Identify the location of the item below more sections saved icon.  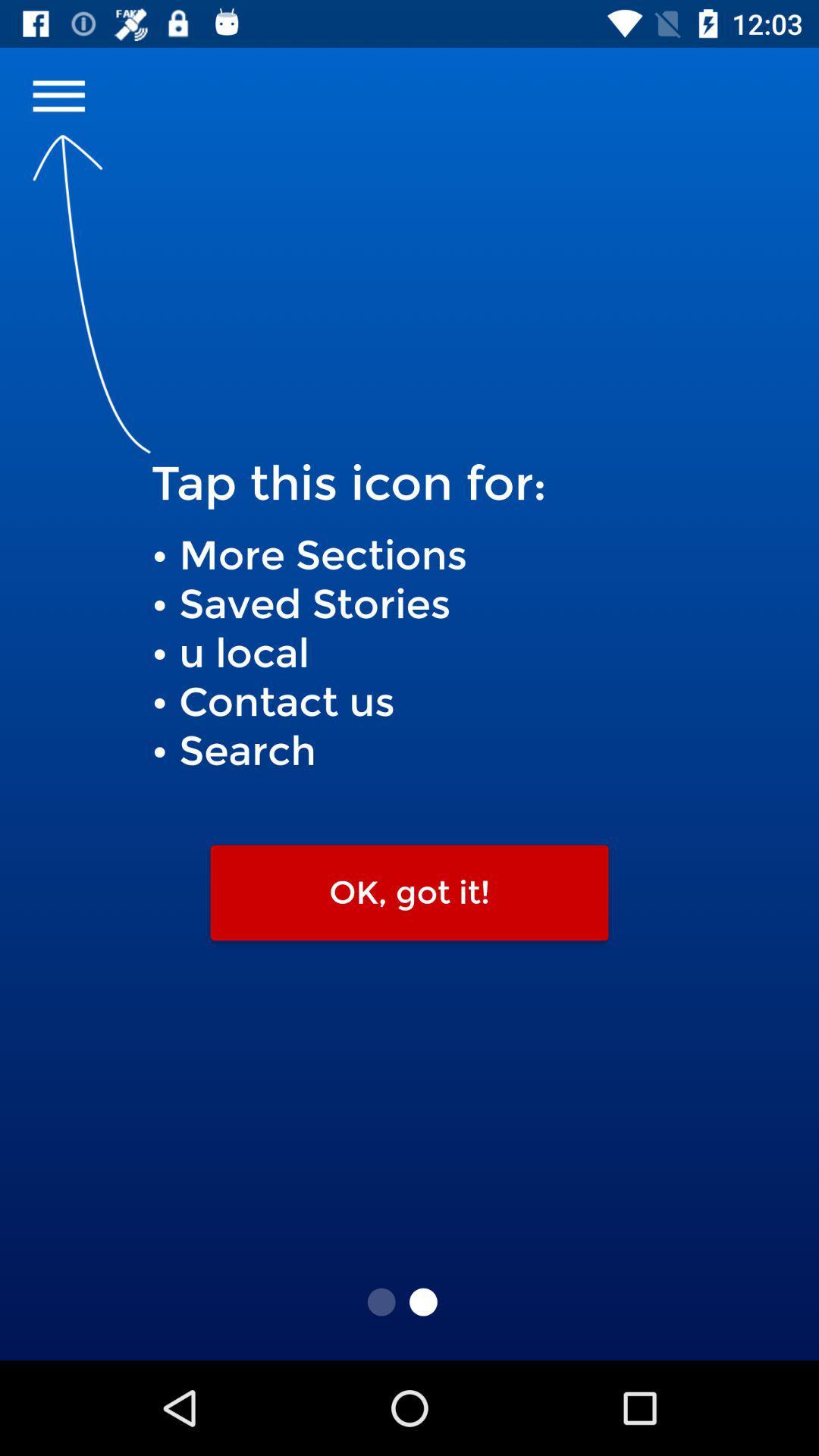
(409, 893).